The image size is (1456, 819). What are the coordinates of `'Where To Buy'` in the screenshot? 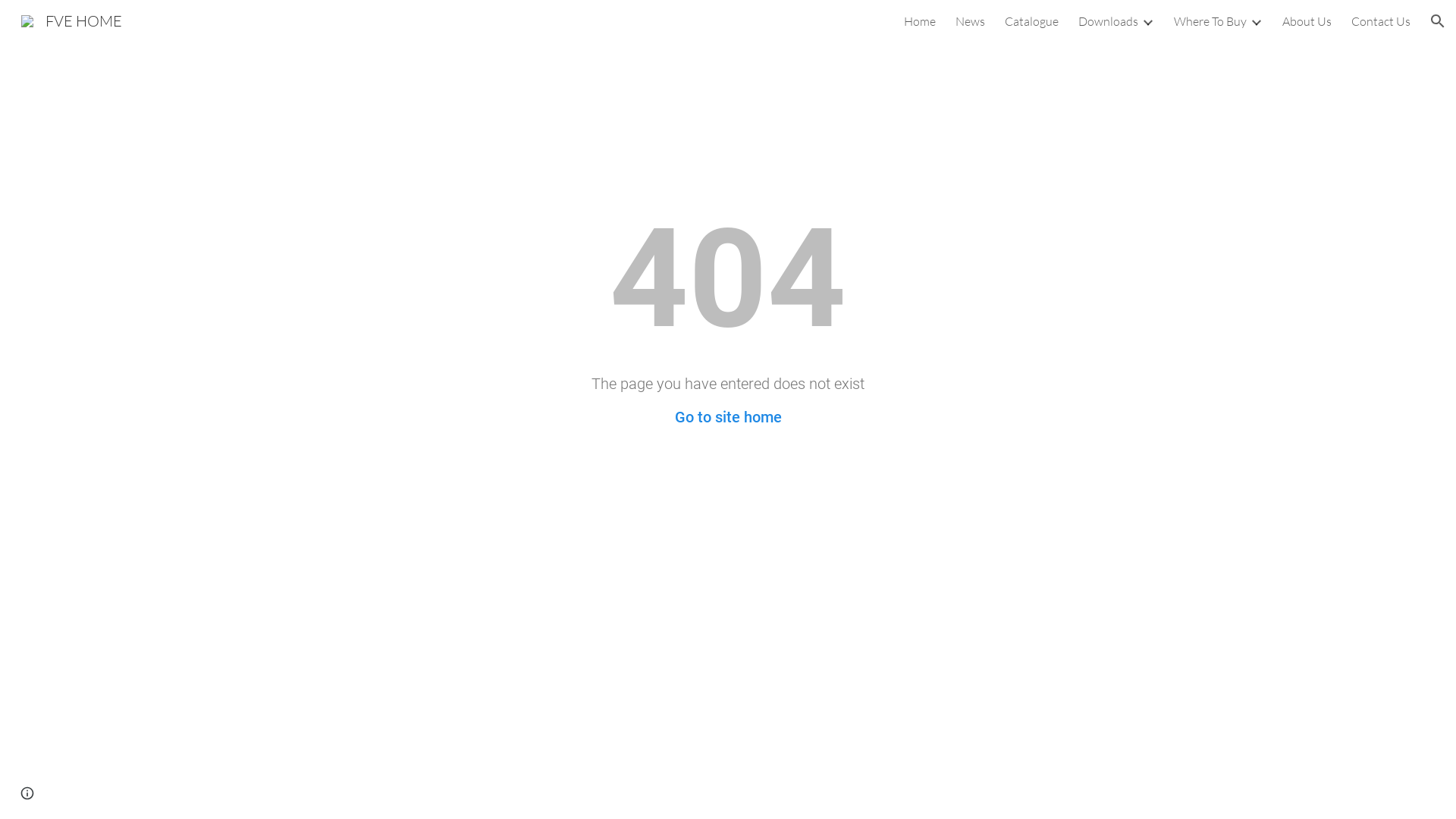 It's located at (1210, 20).